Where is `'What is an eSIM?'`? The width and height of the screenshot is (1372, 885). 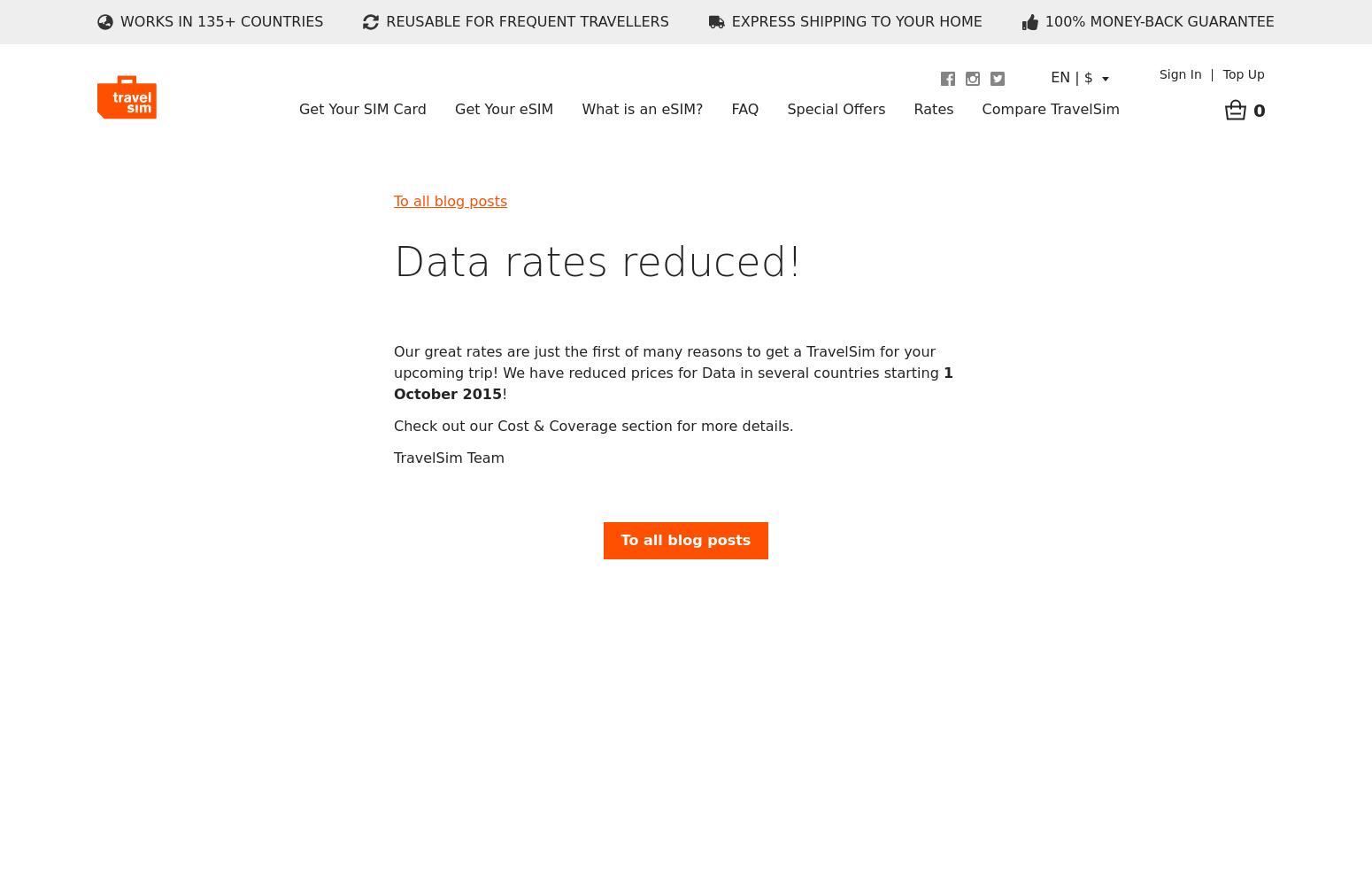
'What is an eSIM?' is located at coordinates (642, 108).